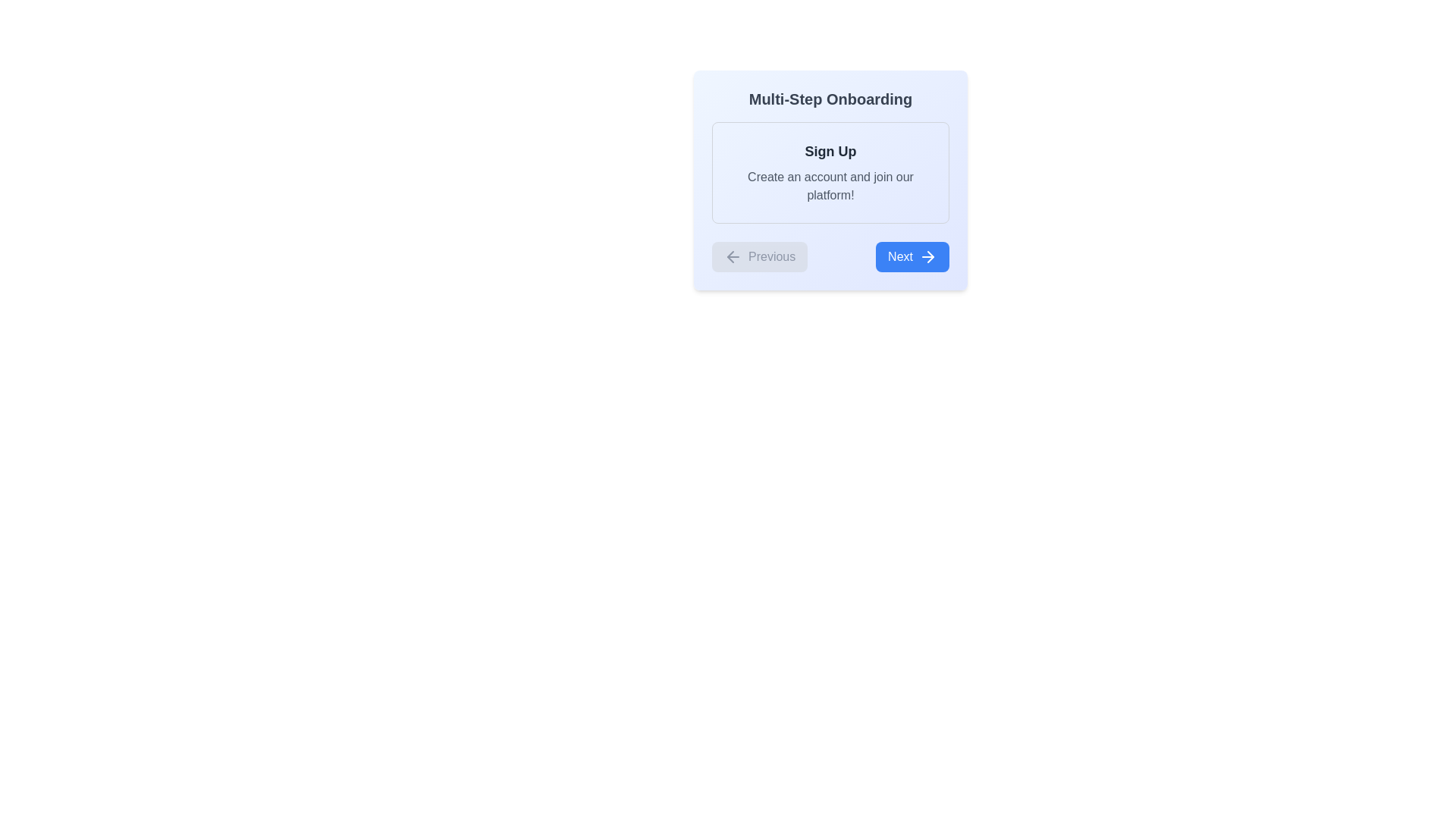 Image resolution: width=1456 pixels, height=819 pixels. What do you see at coordinates (733, 256) in the screenshot?
I see `the arrow icon located to the left of the 'Previous' text label in the multi-step onboarding interface to observe any visual effects` at bounding box center [733, 256].